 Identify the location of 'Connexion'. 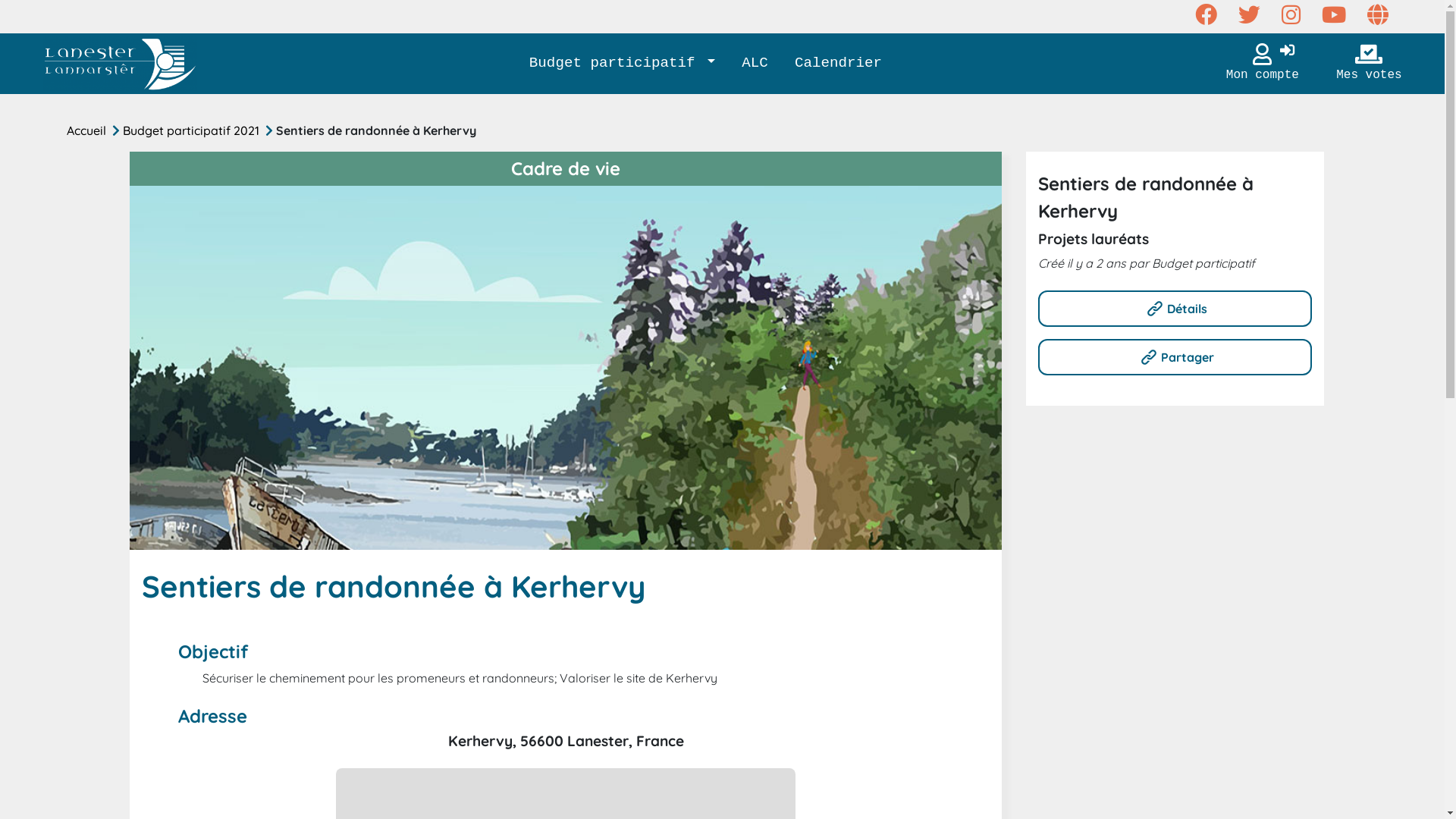
(1286, 51).